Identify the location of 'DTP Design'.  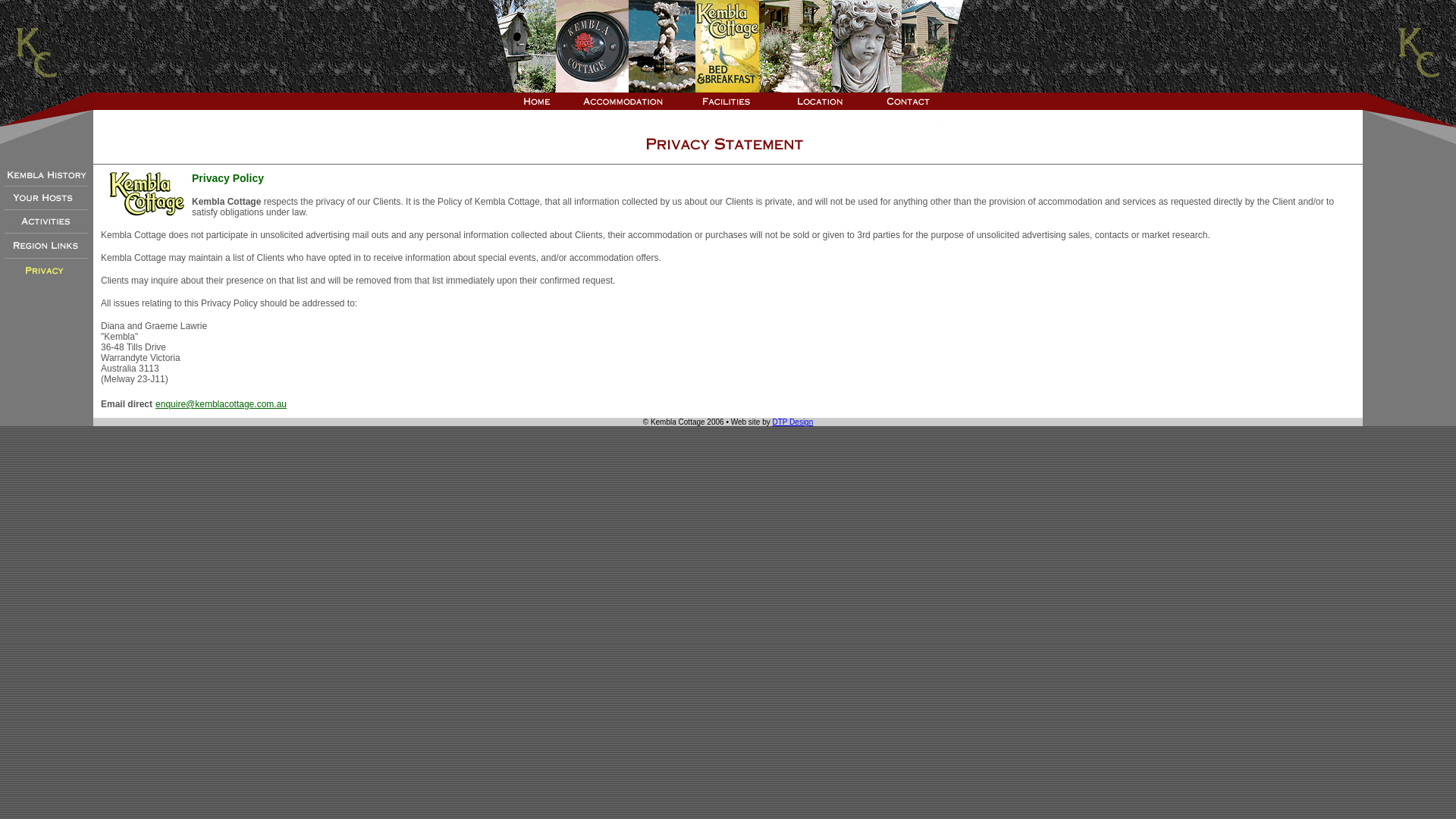
(772, 422).